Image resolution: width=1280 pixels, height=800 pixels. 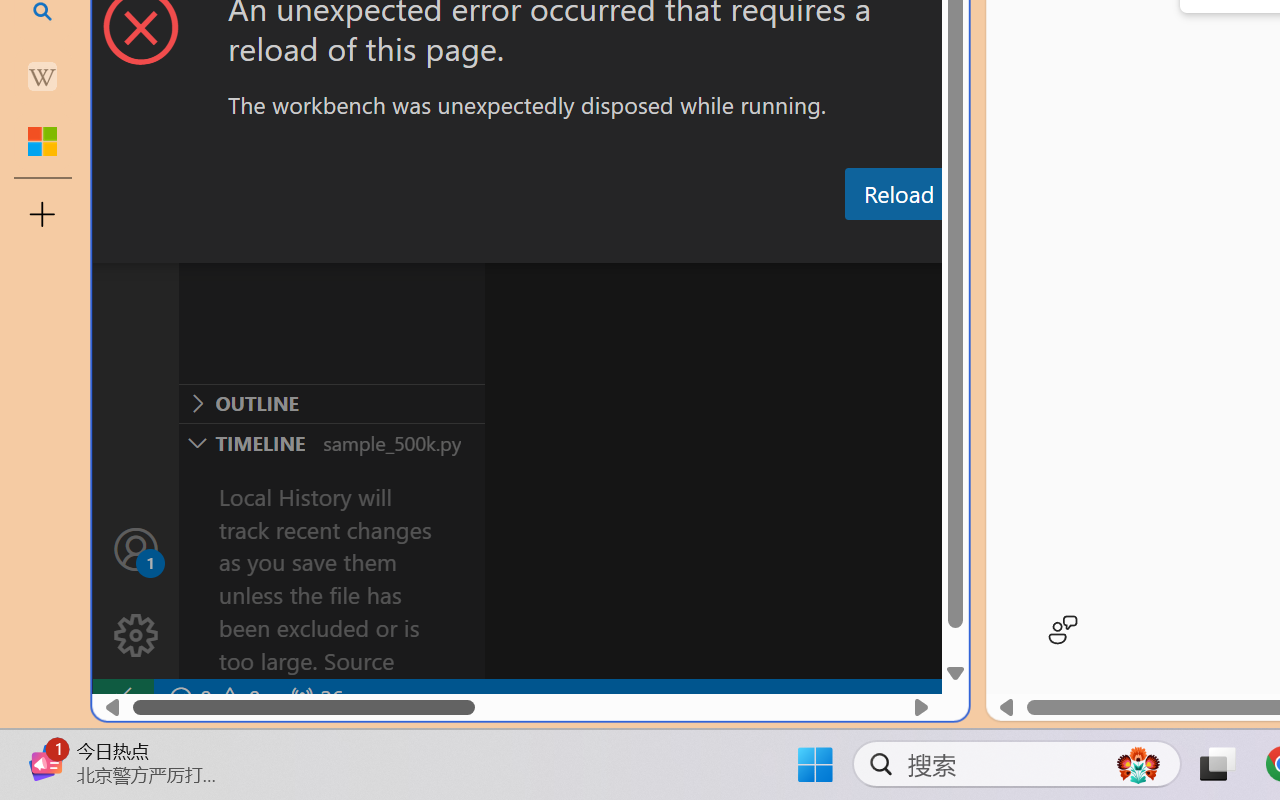 What do you see at coordinates (213, 698) in the screenshot?
I see `'No Problems'` at bounding box center [213, 698].